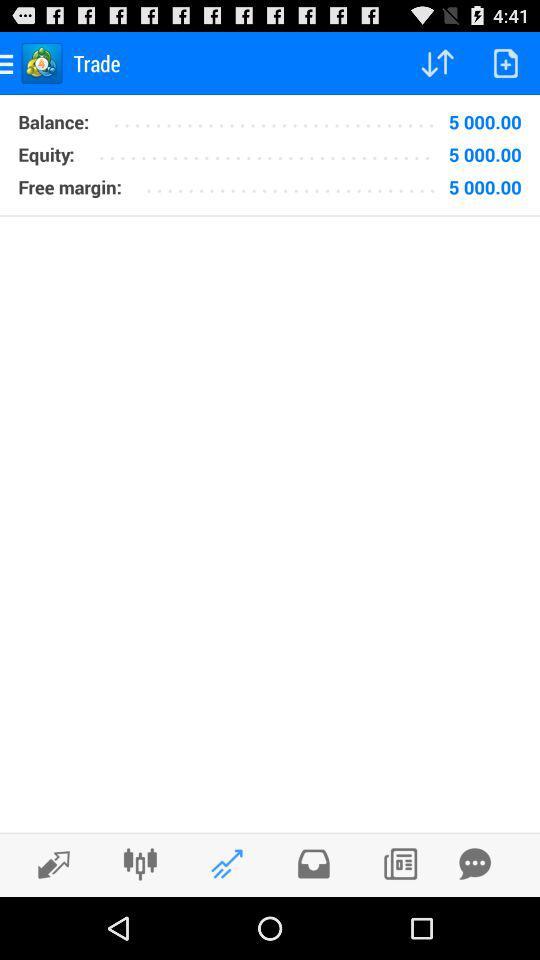 The width and height of the screenshot is (540, 960). What do you see at coordinates (400, 863) in the screenshot?
I see `news` at bounding box center [400, 863].